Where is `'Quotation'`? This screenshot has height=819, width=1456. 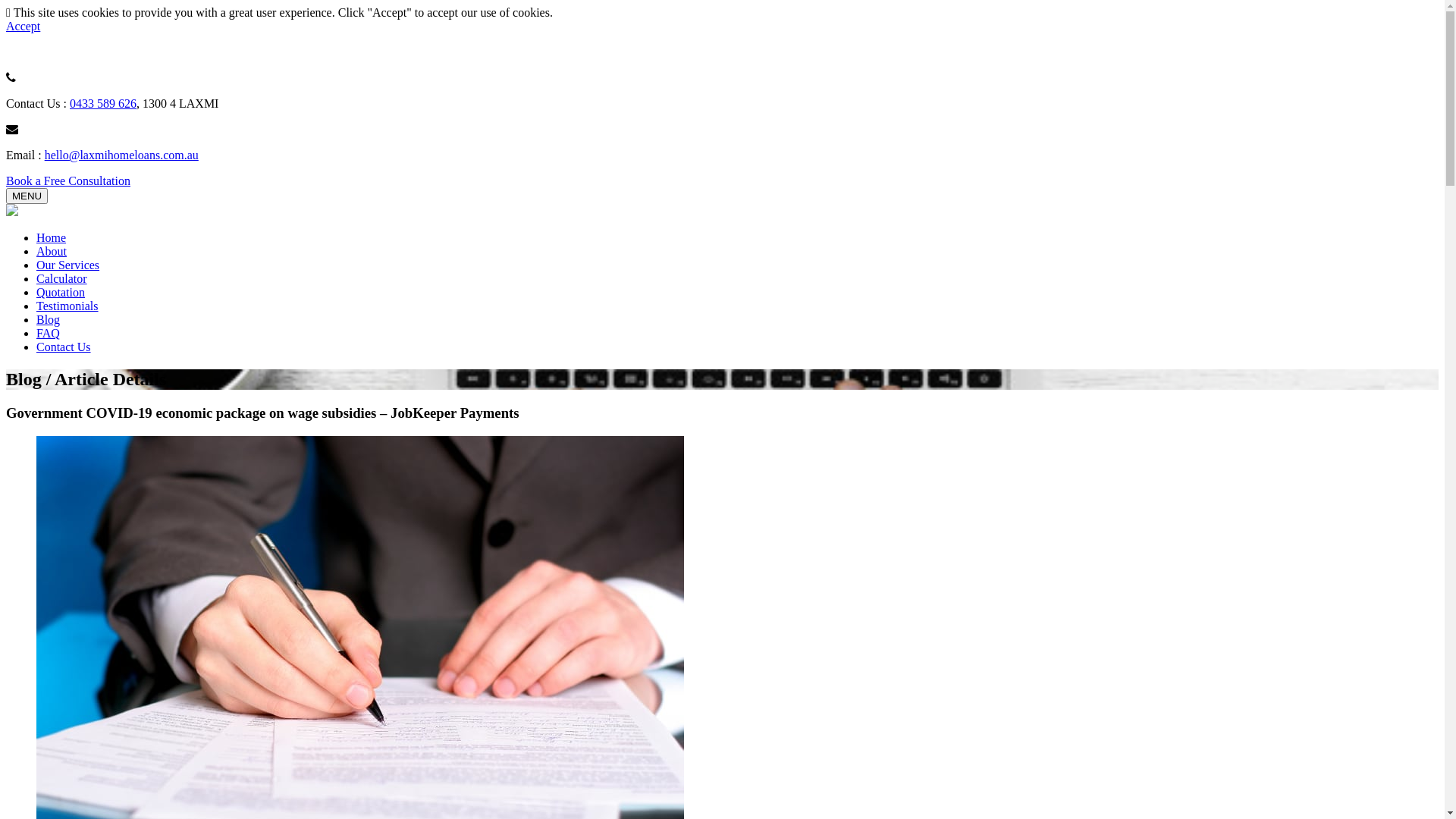 'Quotation' is located at coordinates (61, 292).